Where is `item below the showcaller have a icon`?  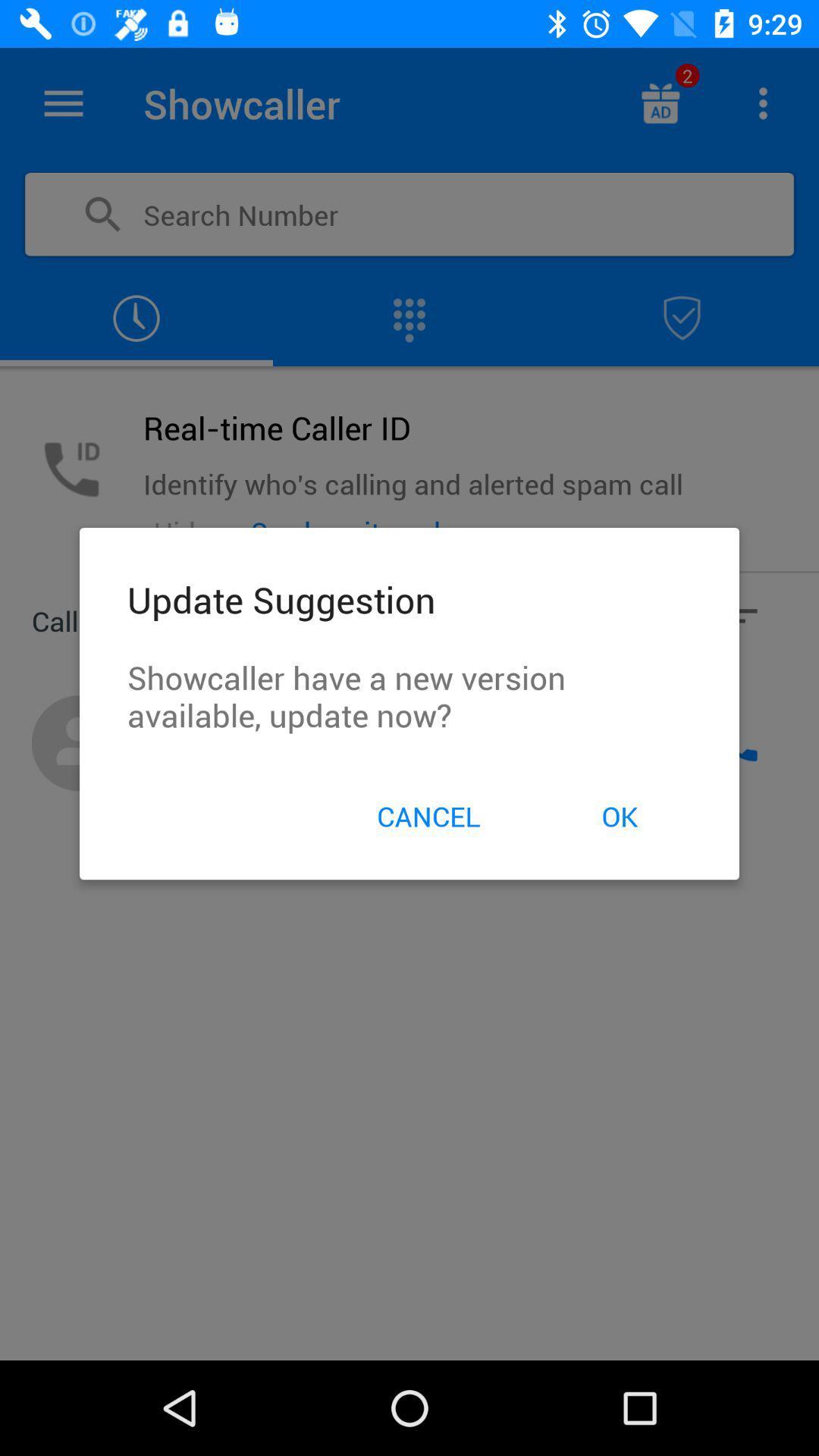
item below the showcaller have a icon is located at coordinates (428, 815).